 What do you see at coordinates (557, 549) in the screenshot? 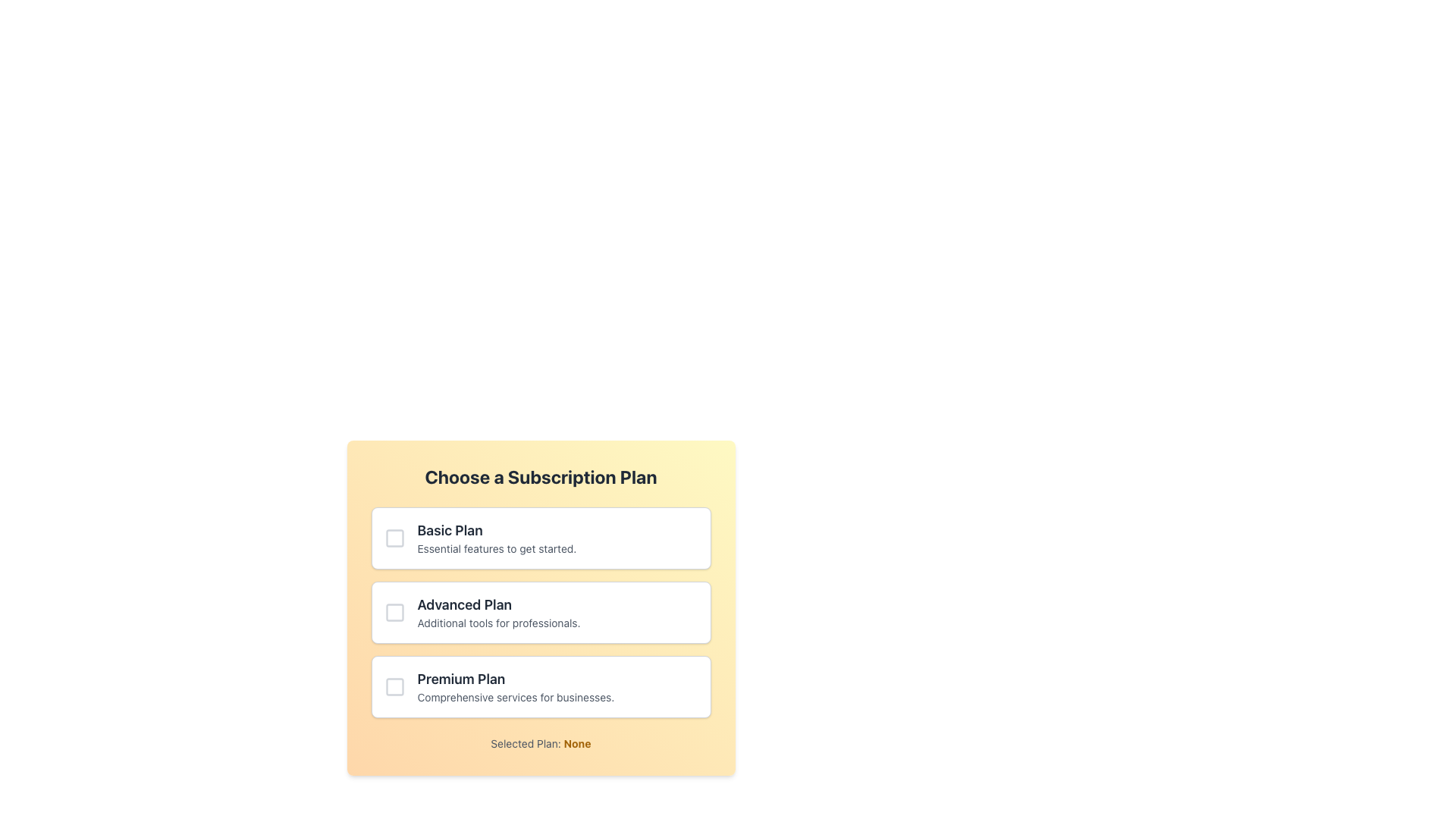
I see `the informational Text Label that describes the 'Basic Plan' subscription option, located below the 'Basic Plan' title in the subscription selection card` at bounding box center [557, 549].